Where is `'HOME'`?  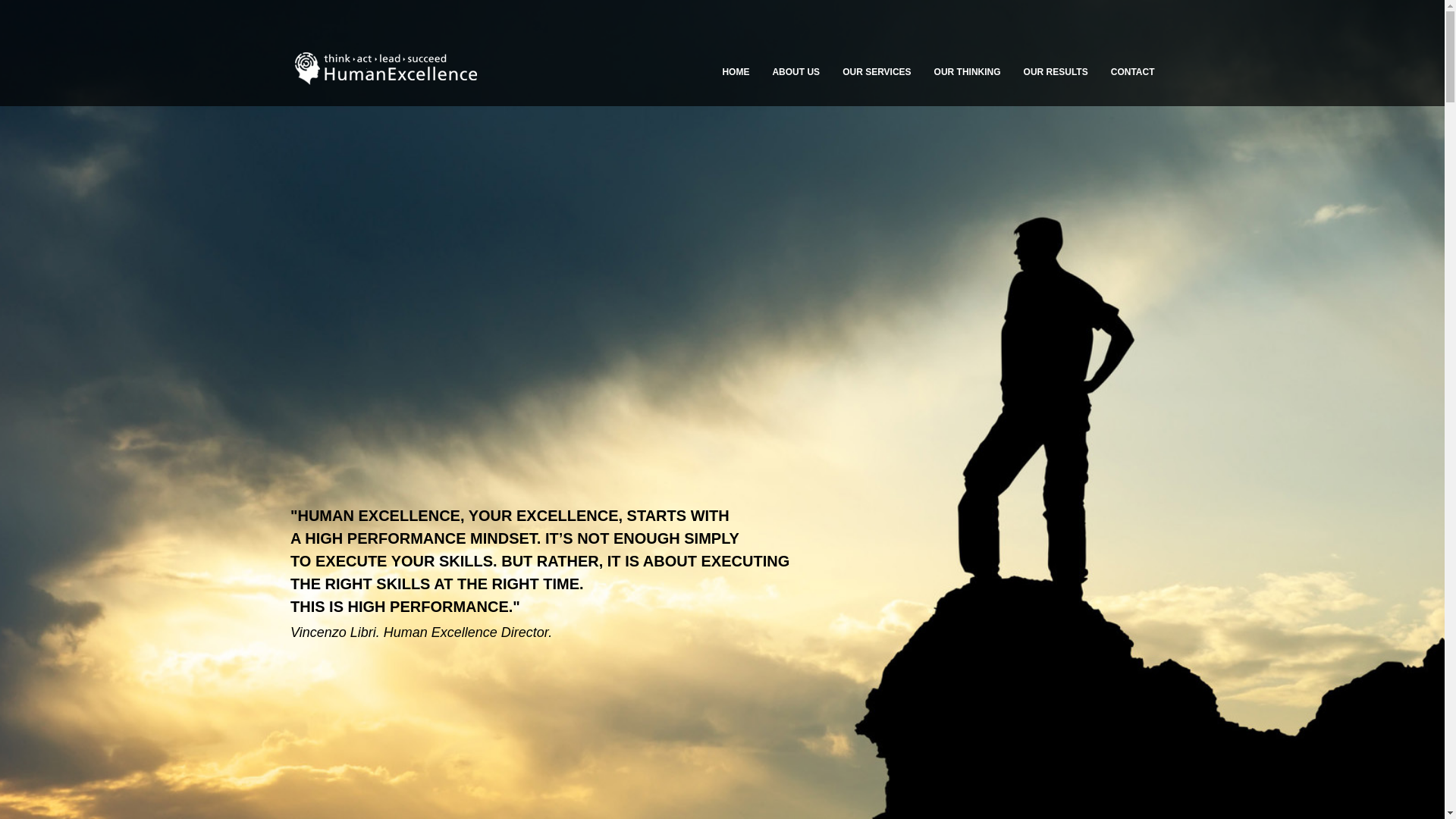
'HOME' is located at coordinates (735, 72).